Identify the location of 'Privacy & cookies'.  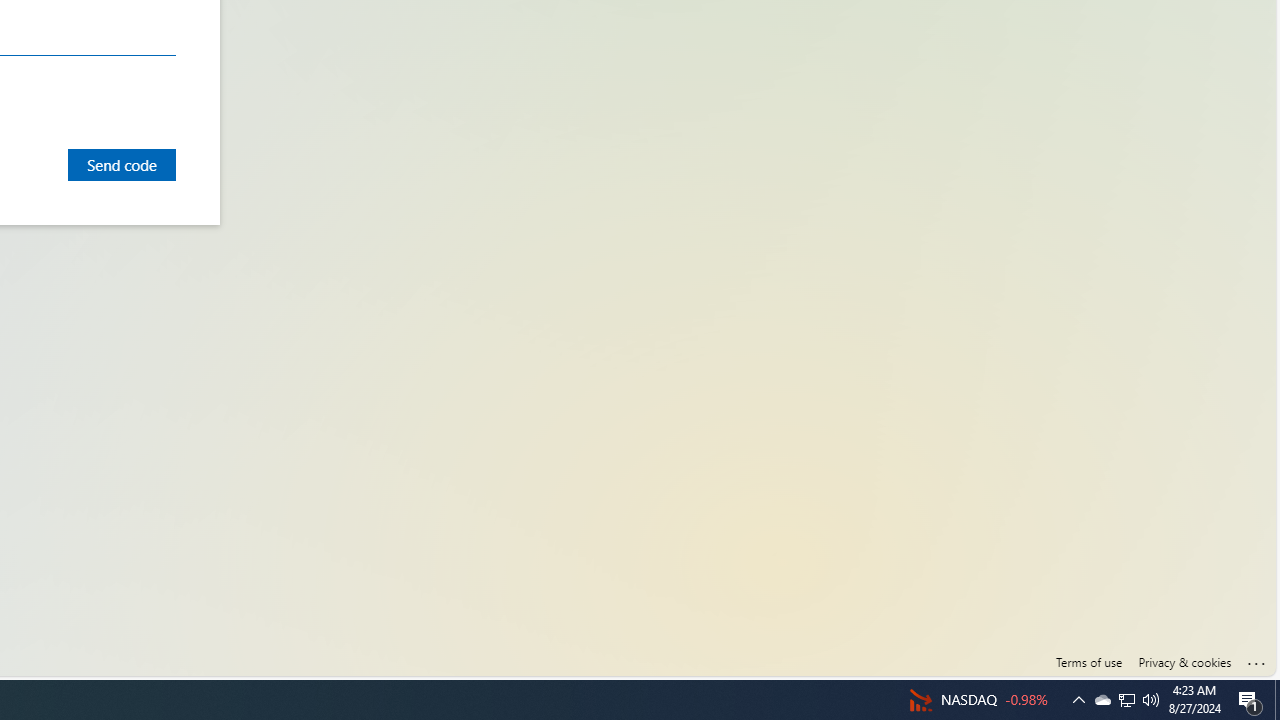
(1184, 662).